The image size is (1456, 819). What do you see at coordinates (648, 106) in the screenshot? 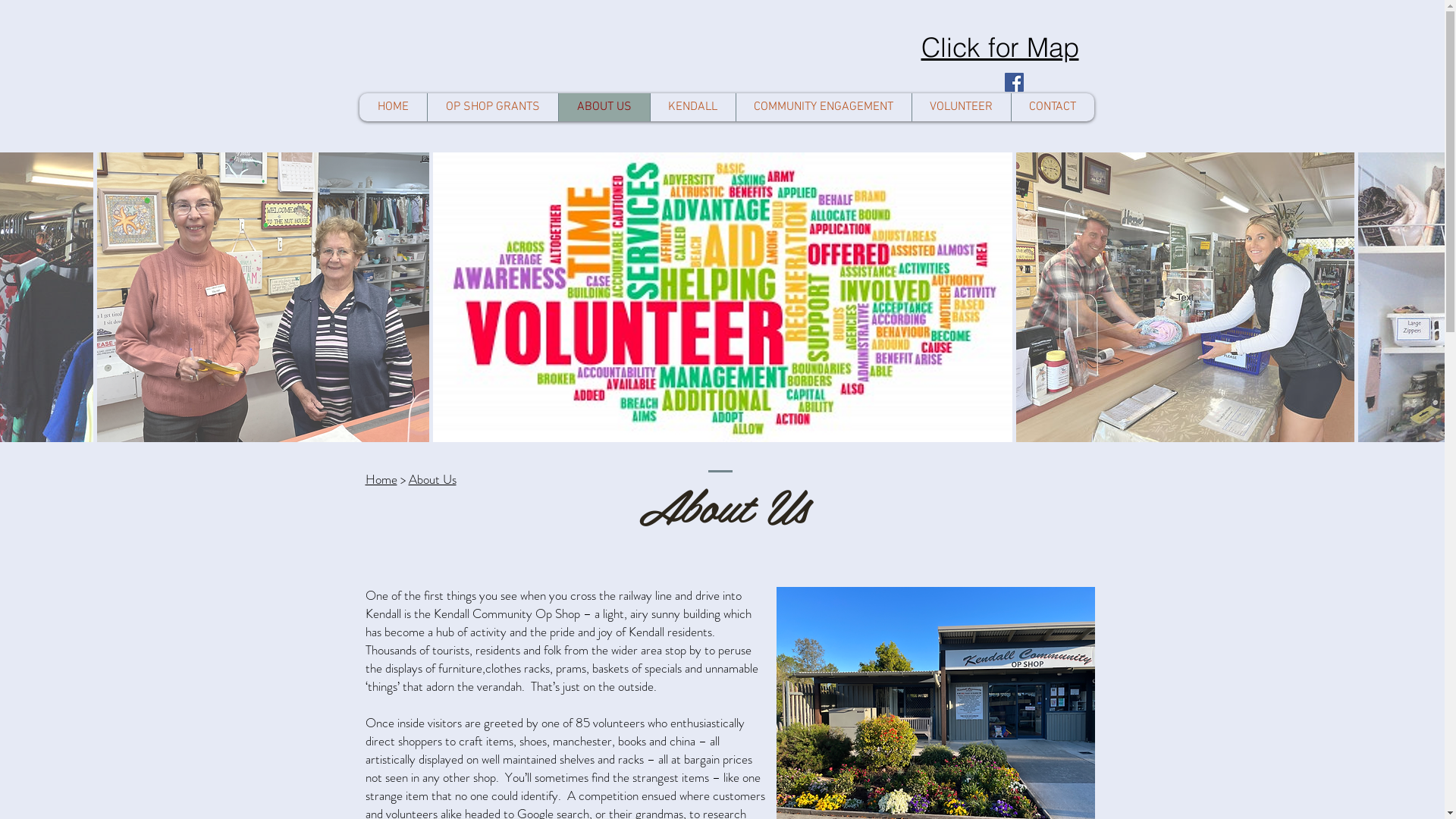
I see `'KENDALL'` at bounding box center [648, 106].